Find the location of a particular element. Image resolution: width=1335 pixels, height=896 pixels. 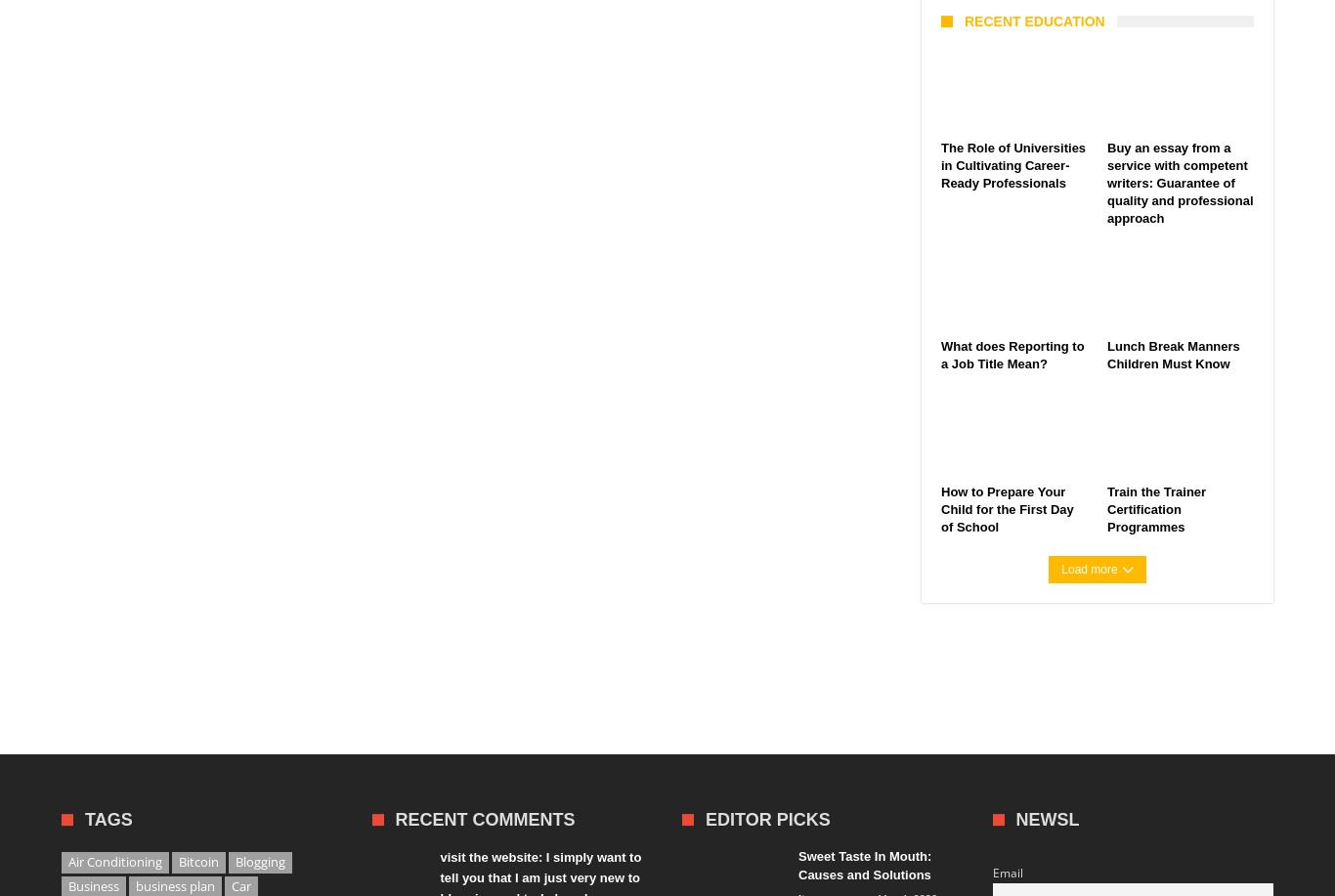

'Tags' is located at coordinates (108, 819).